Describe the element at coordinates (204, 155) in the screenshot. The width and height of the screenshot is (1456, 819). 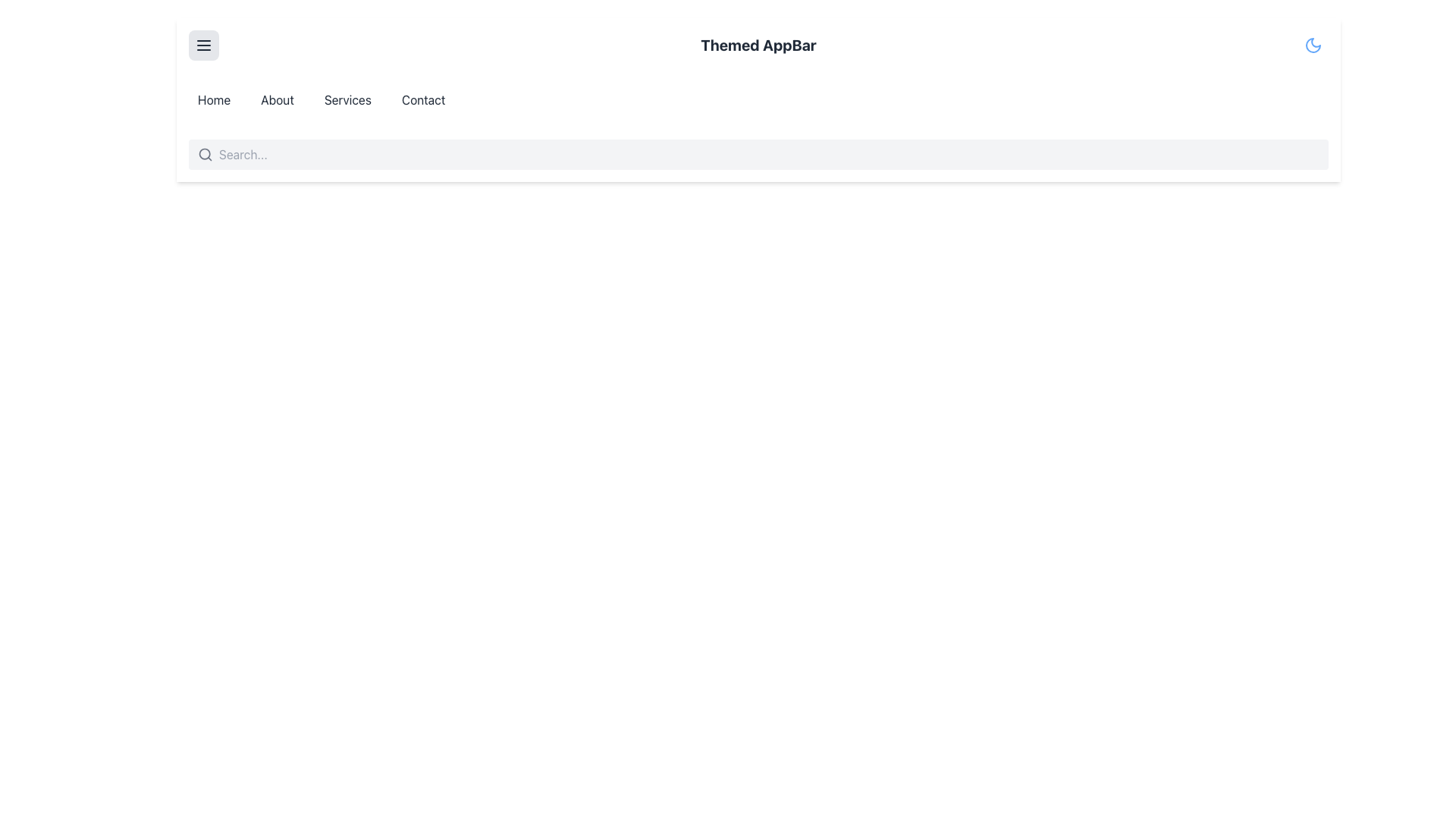
I see `the magnifying glass icon representing the search function, which is located to the left of the search input field in the bar under the main navigation menu` at that location.